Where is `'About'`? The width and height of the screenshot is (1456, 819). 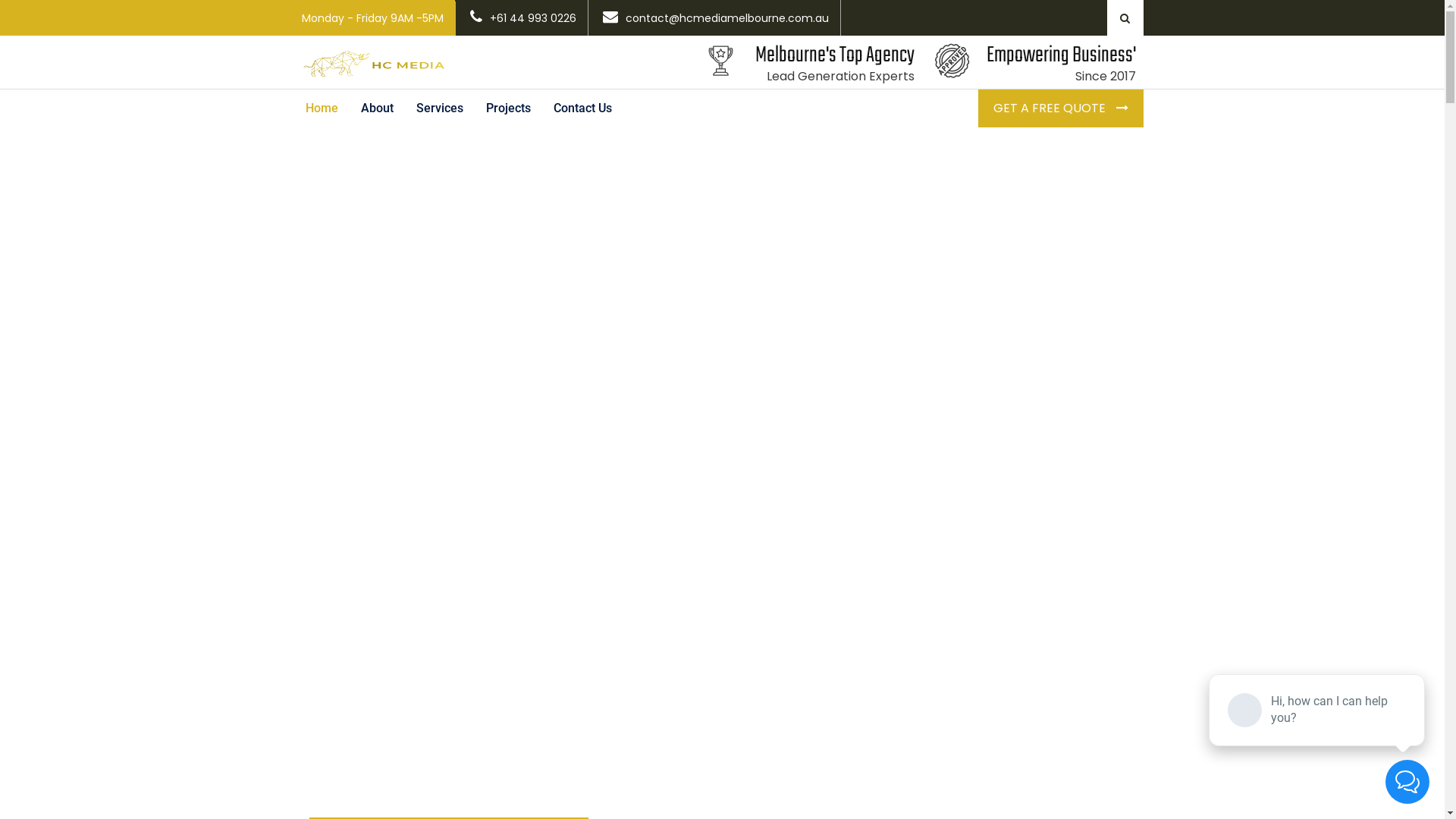 'About' is located at coordinates (376, 107).